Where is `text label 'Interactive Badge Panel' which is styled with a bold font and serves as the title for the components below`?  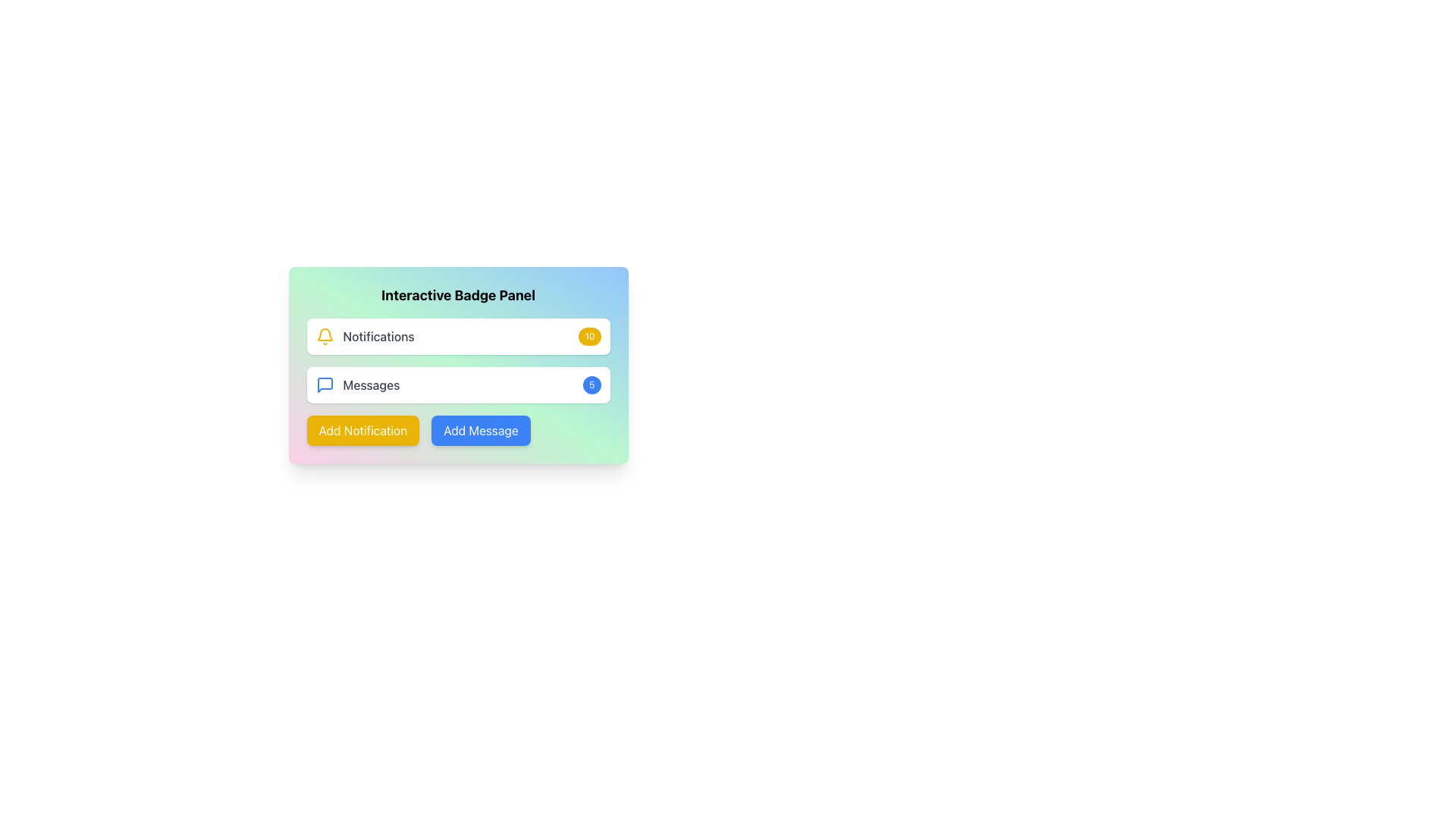
text label 'Interactive Badge Panel' which is styled with a bold font and serves as the title for the components below is located at coordinates (457, 295).